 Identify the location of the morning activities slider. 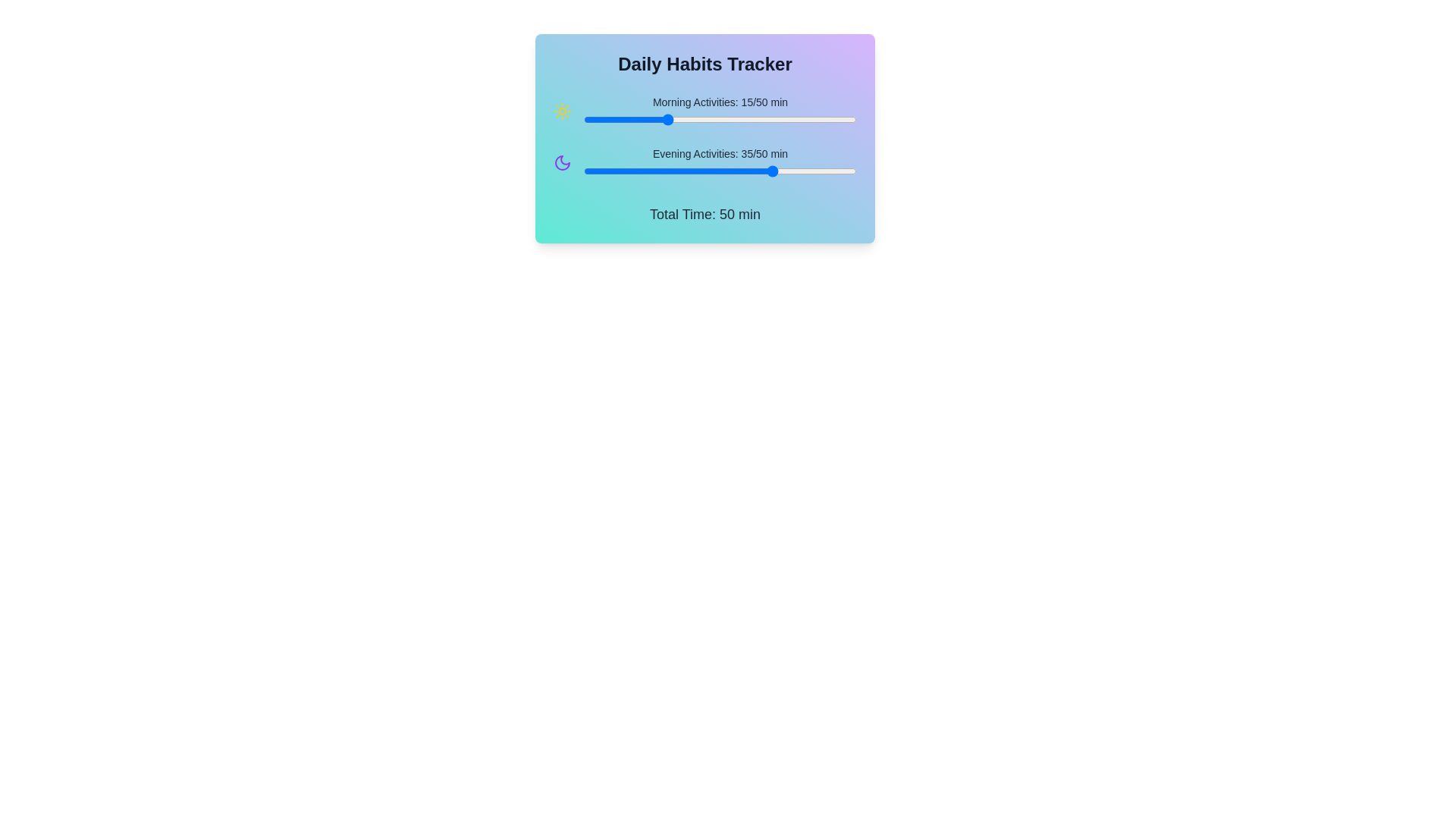
(599, 119).